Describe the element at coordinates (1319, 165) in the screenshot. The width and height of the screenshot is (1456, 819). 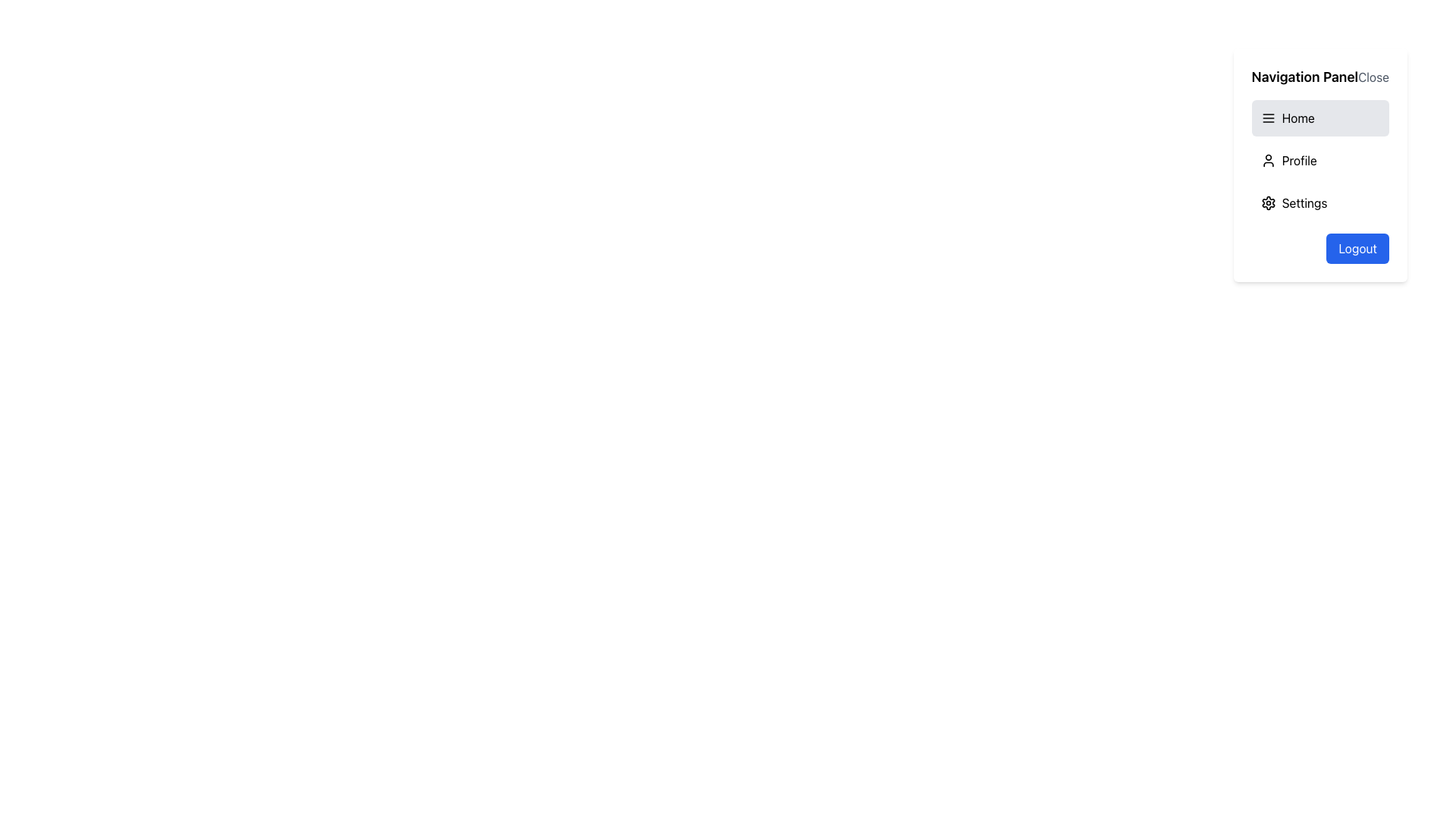
I see `the items in the vertically oriented Dropdown Navigation Panel located at the top-right corner` at that location.